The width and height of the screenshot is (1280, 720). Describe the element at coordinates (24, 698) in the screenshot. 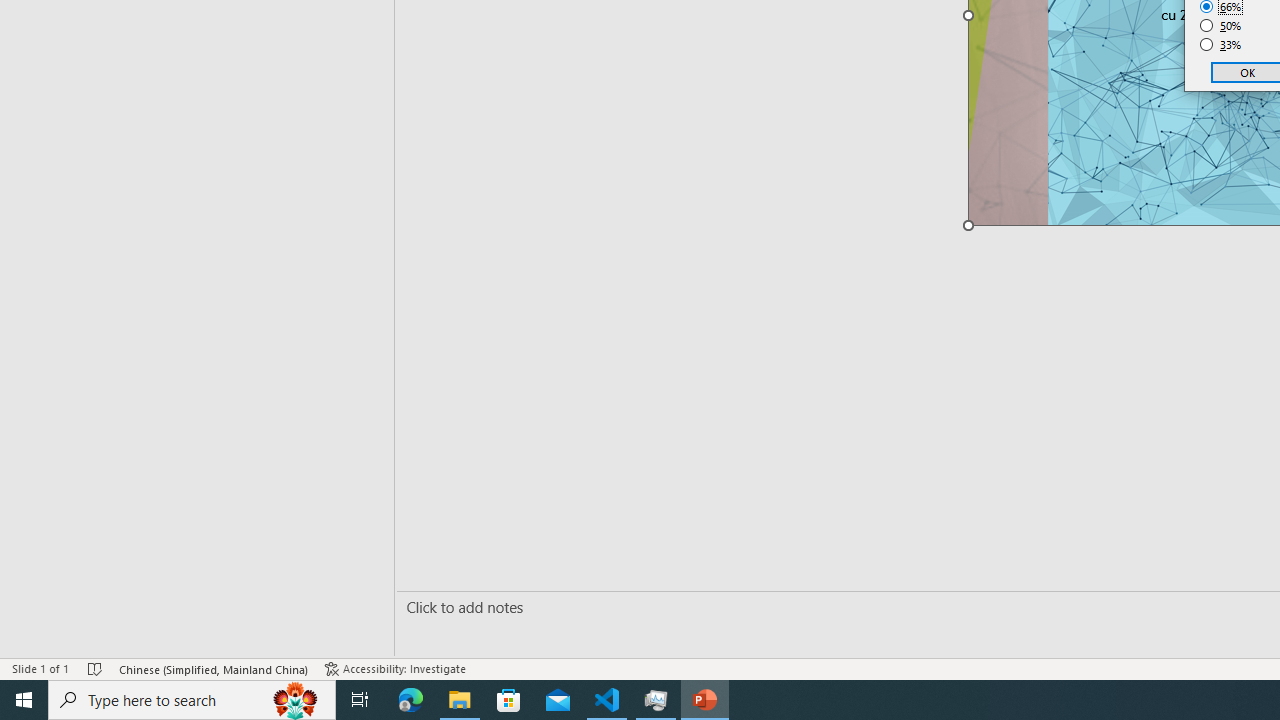

I see `'Start'` at that location.